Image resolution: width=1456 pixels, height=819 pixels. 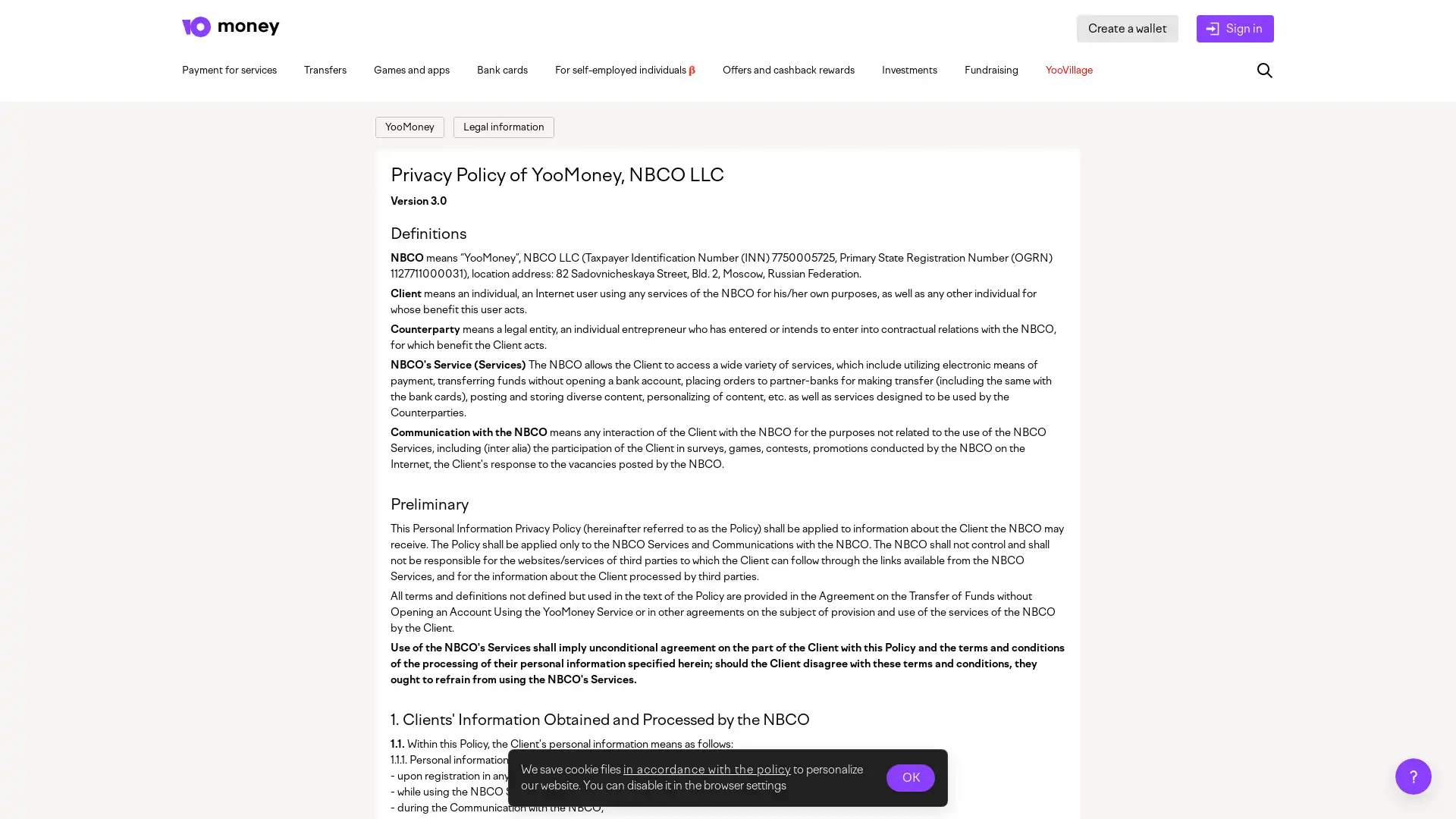 I want to click on OK, so click(x=910, y=778).